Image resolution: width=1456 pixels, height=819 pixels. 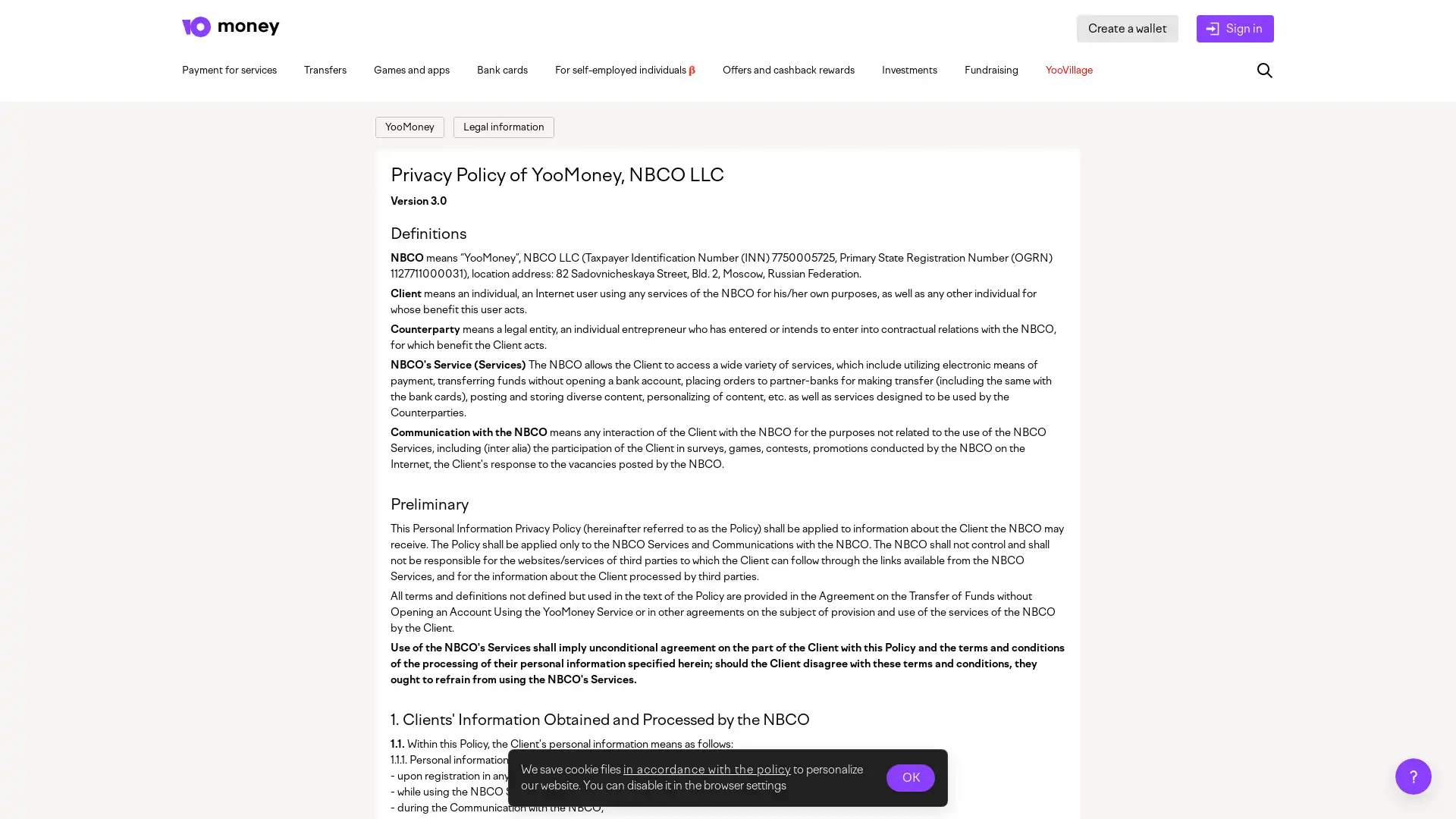 I want to click on OK, so click(x=910, y=778).